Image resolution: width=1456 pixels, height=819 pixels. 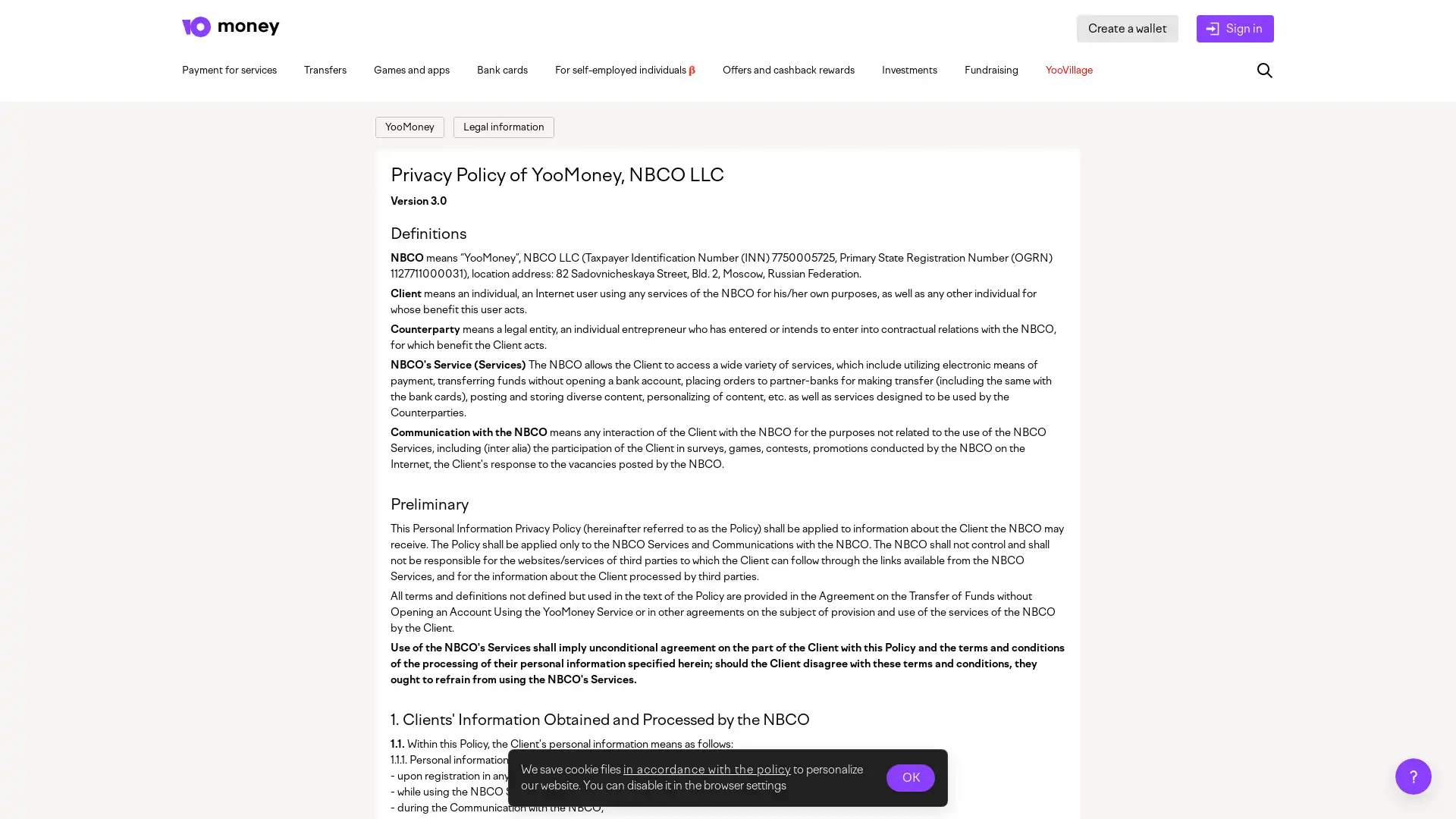 I want to click on OK, so click(x=910, y=778).